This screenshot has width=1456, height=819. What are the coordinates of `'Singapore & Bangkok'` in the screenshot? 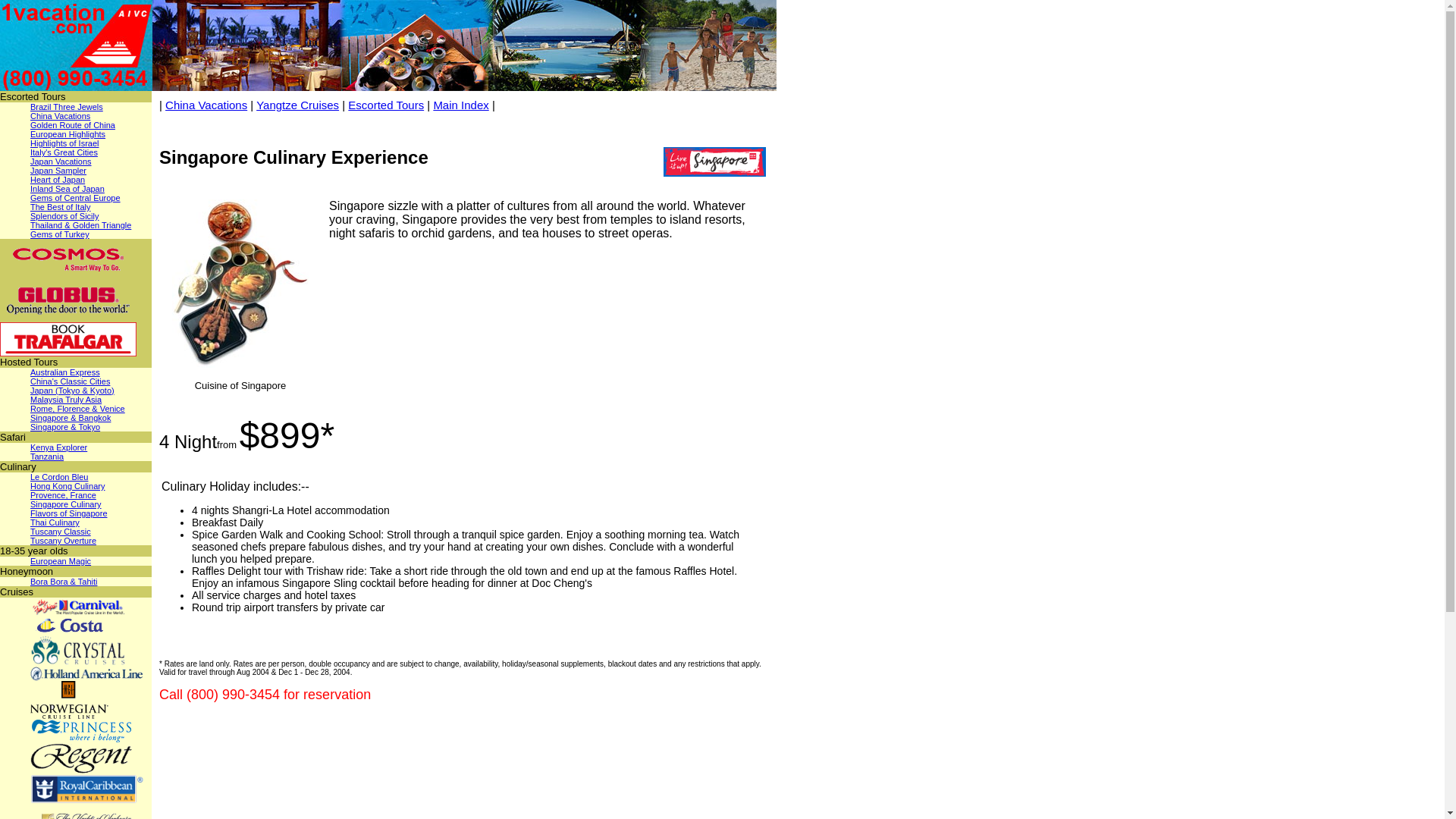 It's located at (69, 418).